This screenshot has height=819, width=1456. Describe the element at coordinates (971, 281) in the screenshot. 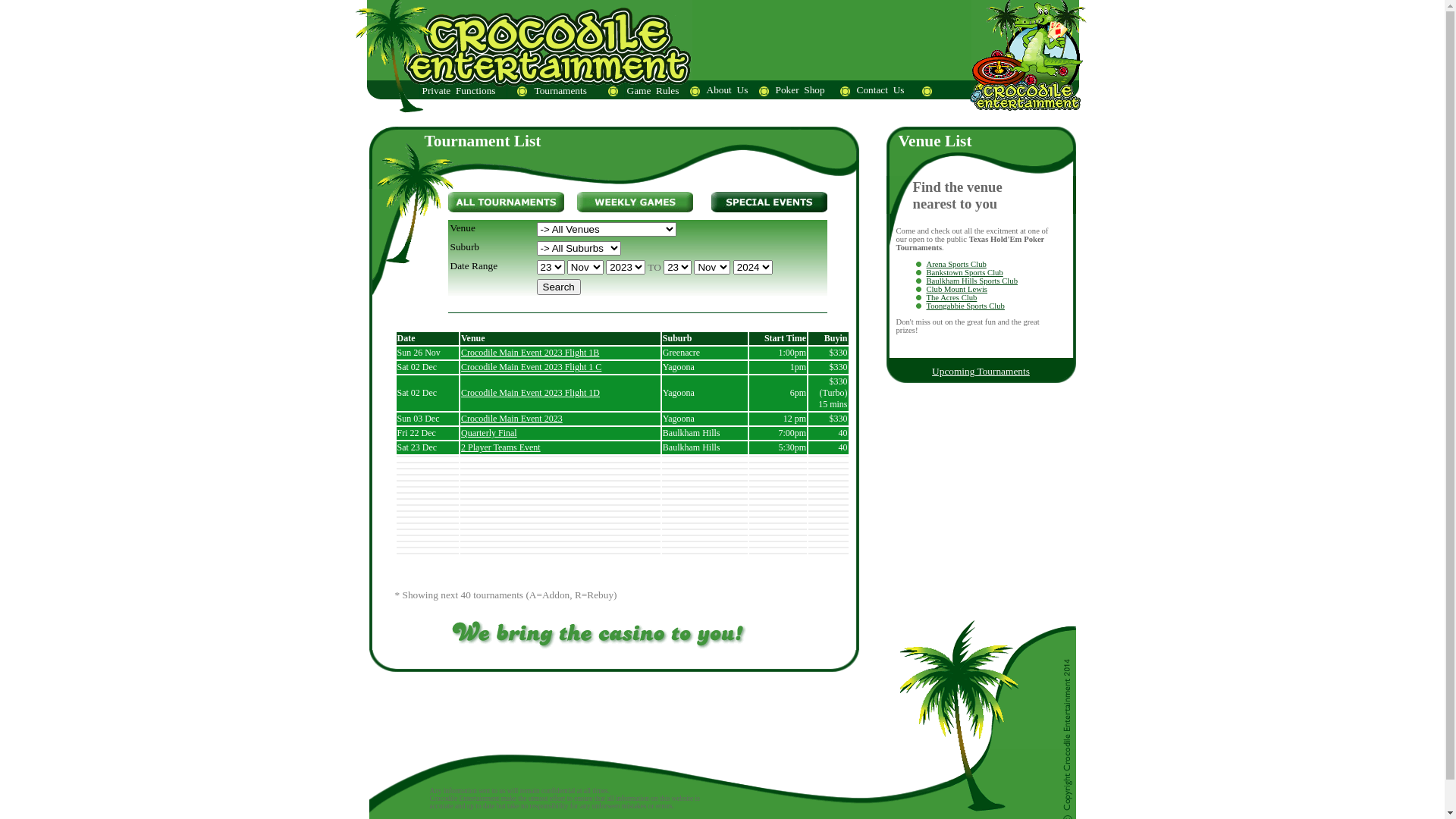

I see `'Baulkham Hills Sports Club'` at that location.